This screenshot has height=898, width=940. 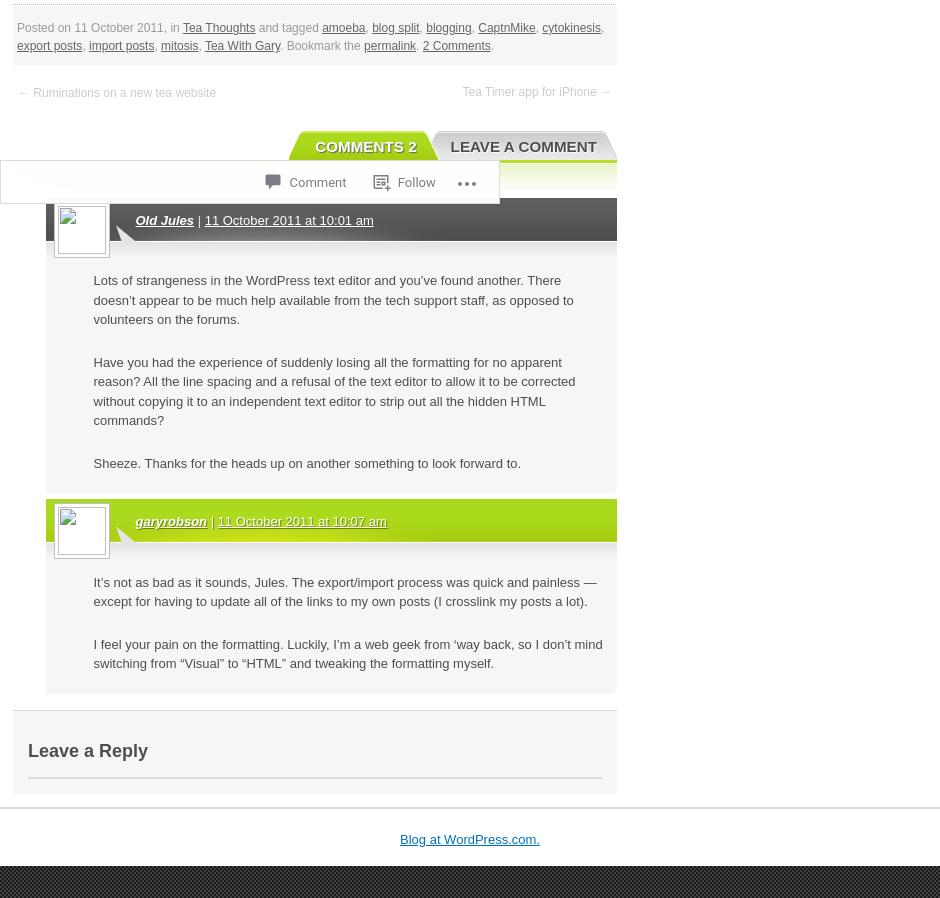 I want to click on 'garyrobson', so click(x=170, y=520).